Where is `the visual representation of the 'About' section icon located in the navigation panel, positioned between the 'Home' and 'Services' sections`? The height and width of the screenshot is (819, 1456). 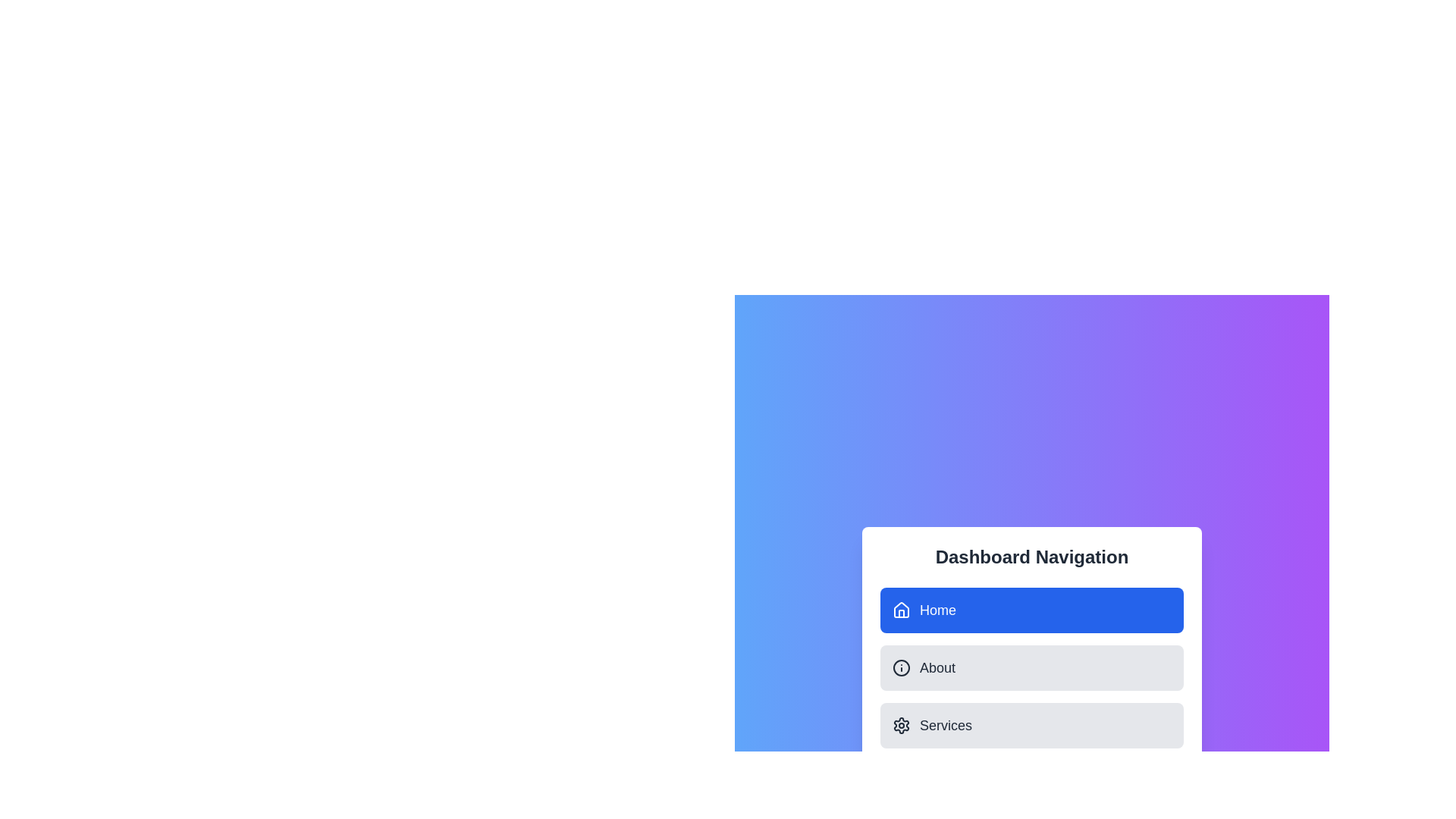 the visual representation of the 'About' section icon located in the navigation panel, positioned between the 'Home' and 'Services' sections is located at coordinates (902, 667).